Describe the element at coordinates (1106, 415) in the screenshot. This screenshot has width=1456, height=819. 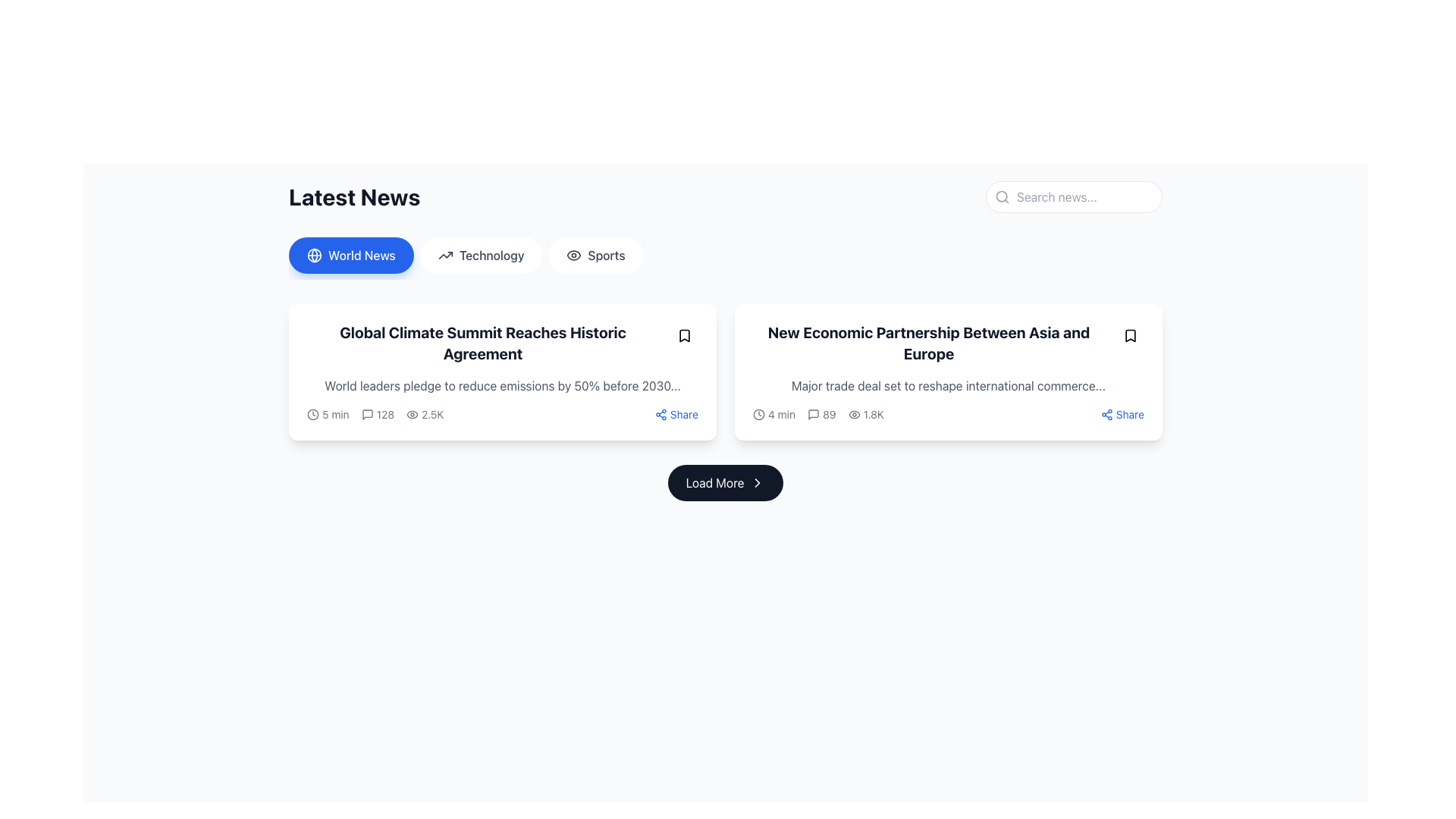
I see `the small, circular share icon resembling a three-node network graph located in the bottom-right corner of the second article card, positioned left of the 'Share' label` at that location.